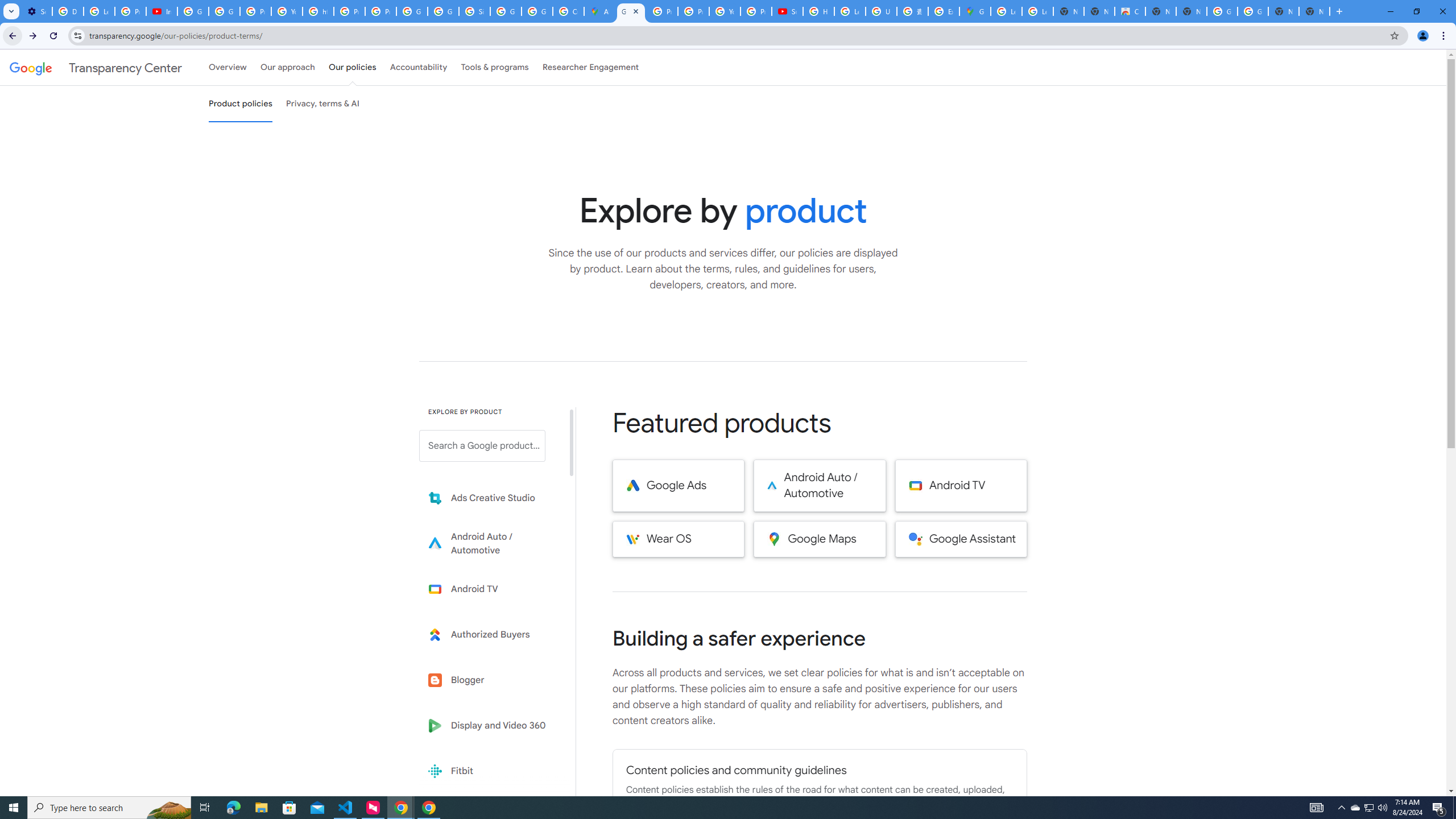 This screenshot has width=1456, height=819. What do you see at coordinates (490, 725) in the screenshot?
I see `'Display and Video 360'` at bounding box center [490, 725].